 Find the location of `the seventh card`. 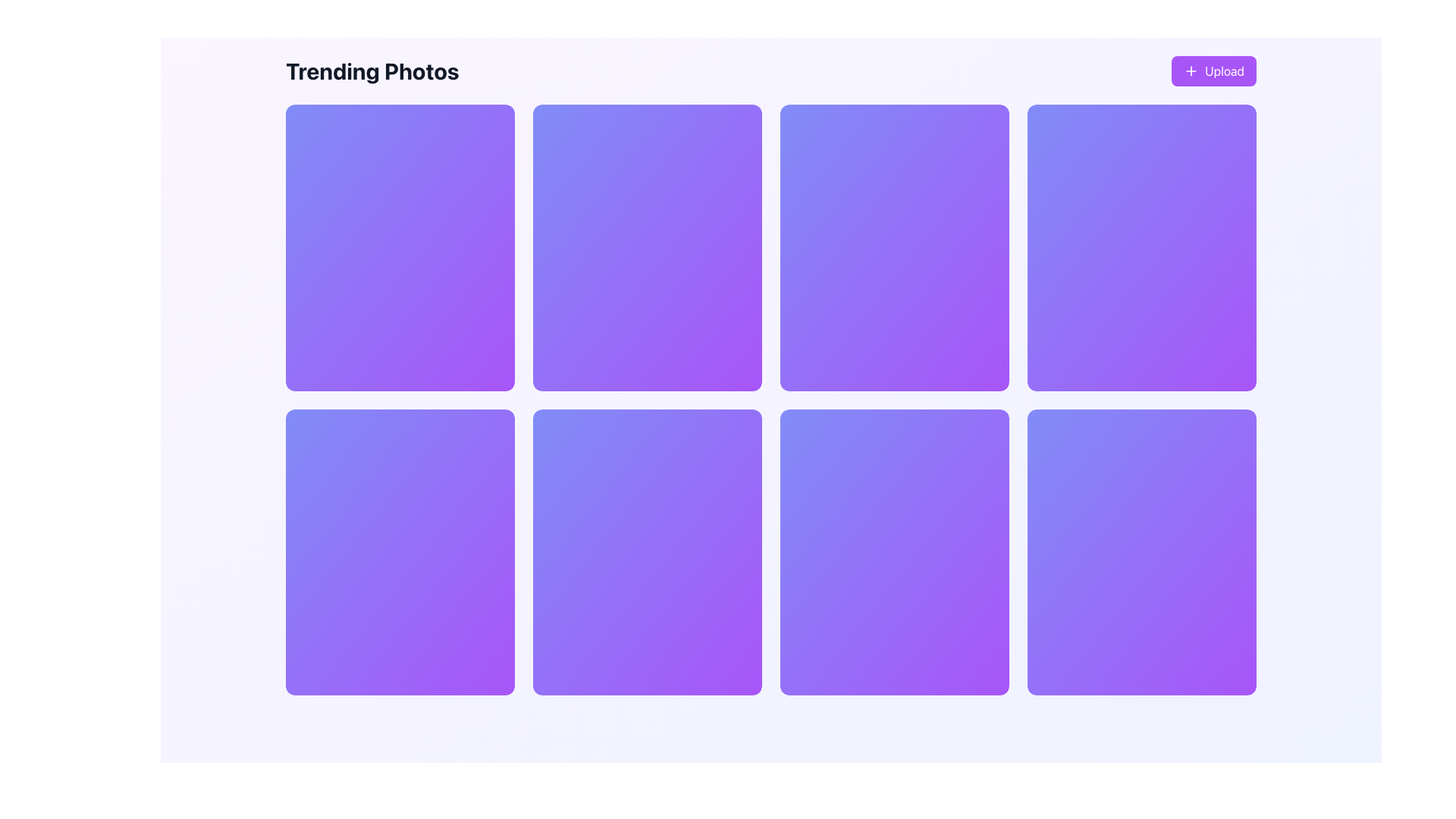

the seventh card is located at coordinates (895, 552).